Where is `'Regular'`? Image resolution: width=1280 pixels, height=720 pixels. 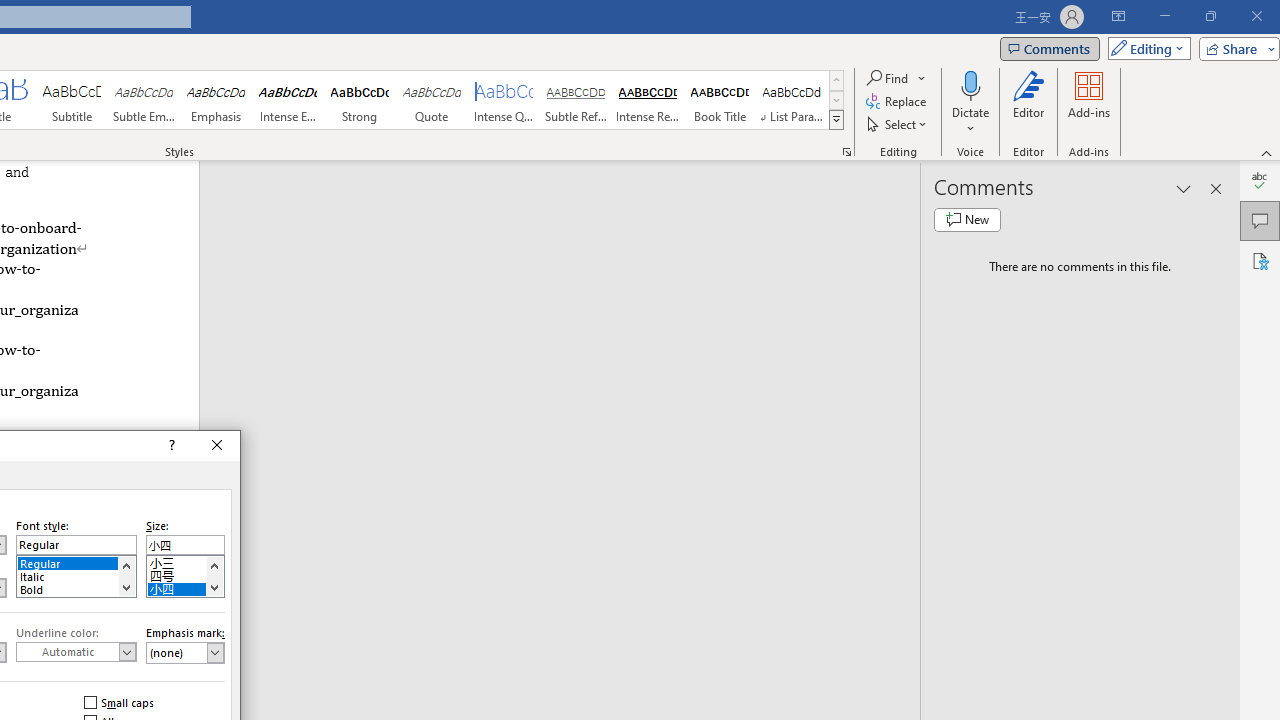 'Regular' is located at coordinates (76, 561).